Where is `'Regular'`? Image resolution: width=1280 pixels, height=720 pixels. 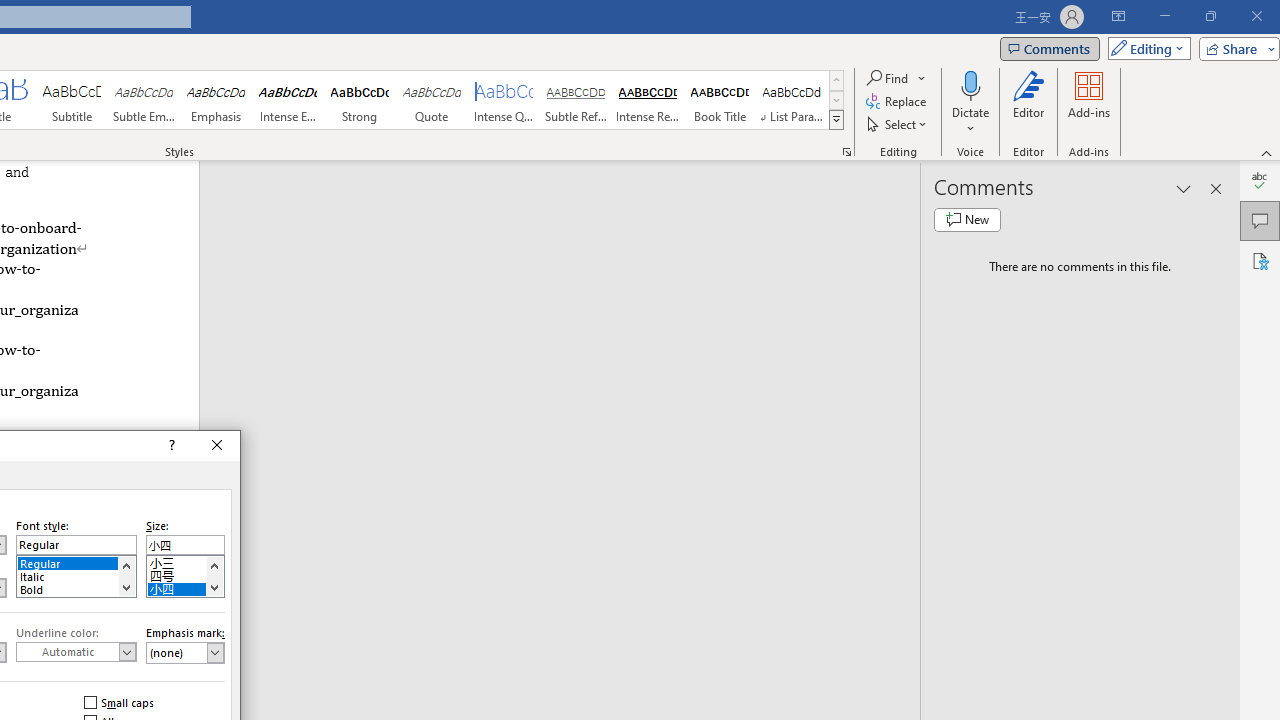 'Regular' is located at coordinates (76, 561).